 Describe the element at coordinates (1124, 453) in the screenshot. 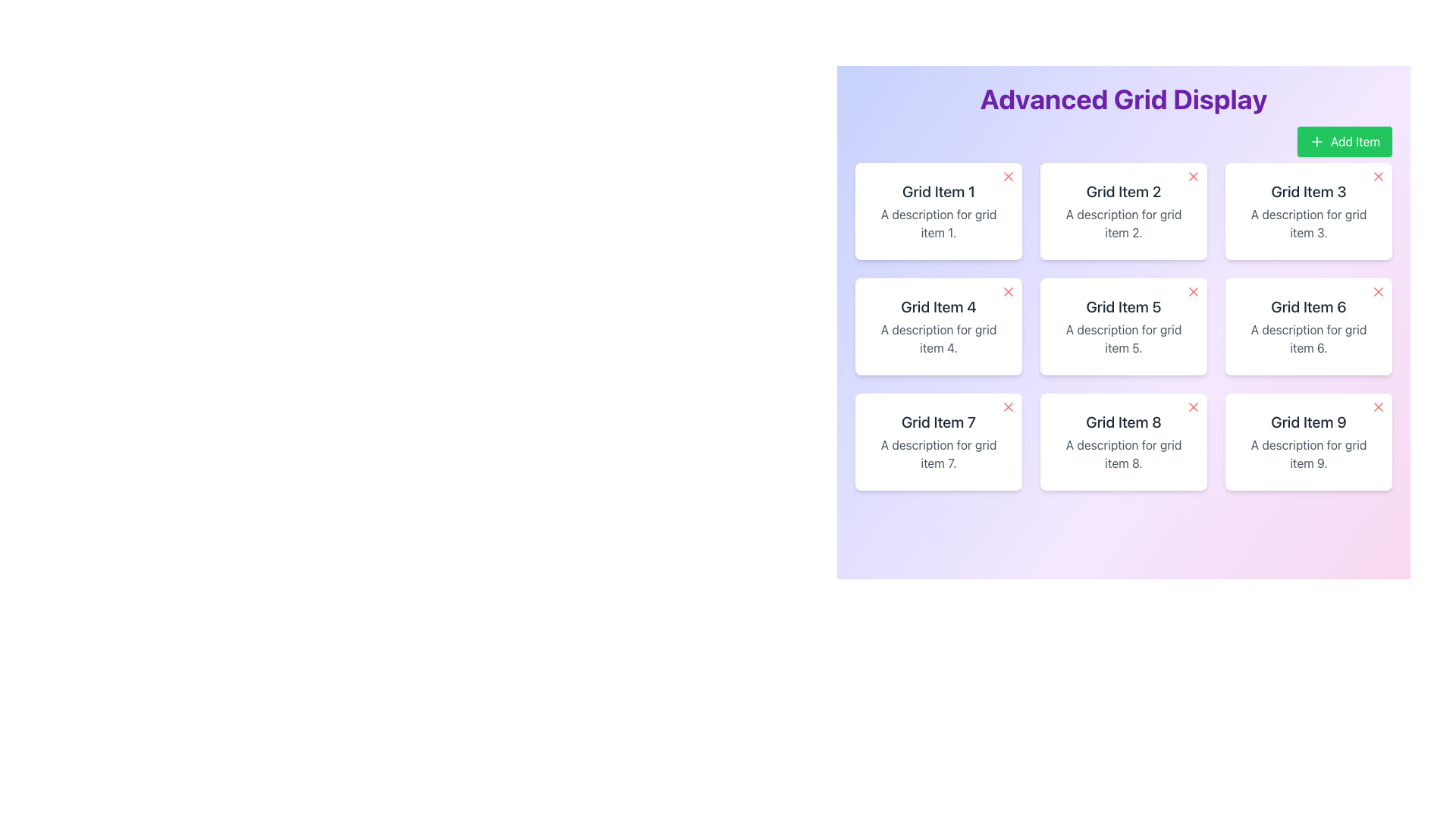

I see `static text label that displays 'A description for grid item 8.' located beneath the title 'Grid Item 8' in the white card of the grid item card labeled 'Grid Item 8'` at that location.